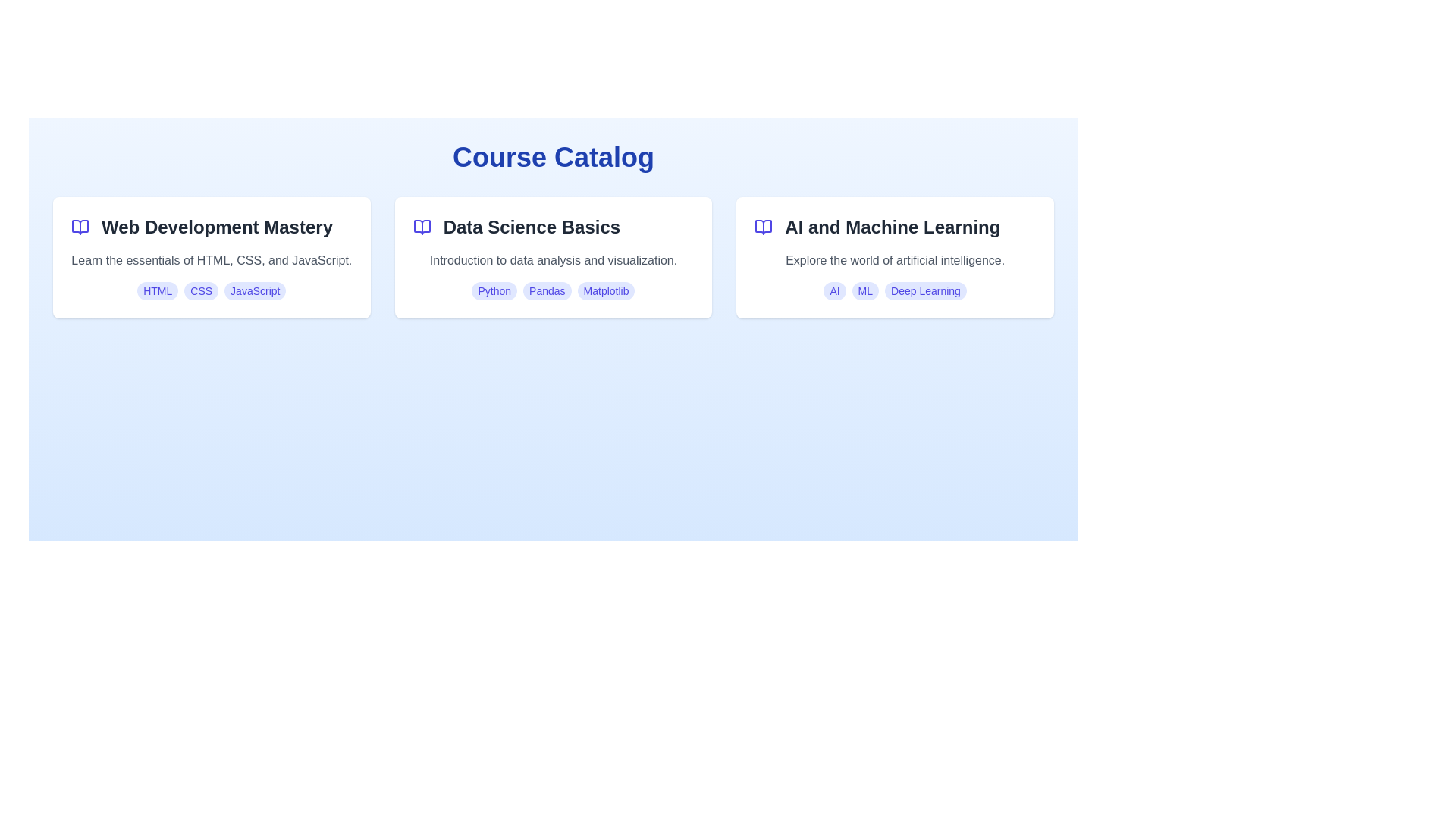 The image size is (1456, 819). Describe the element at coordinates (833, 291) in the screenshot. I see `the 'AI' tag badge, which is a small, pill-shaped label with bold indigo text on a light indigo background, located at the leftmost position among three labels in the 'AI and Machine Learning' section` at that location.